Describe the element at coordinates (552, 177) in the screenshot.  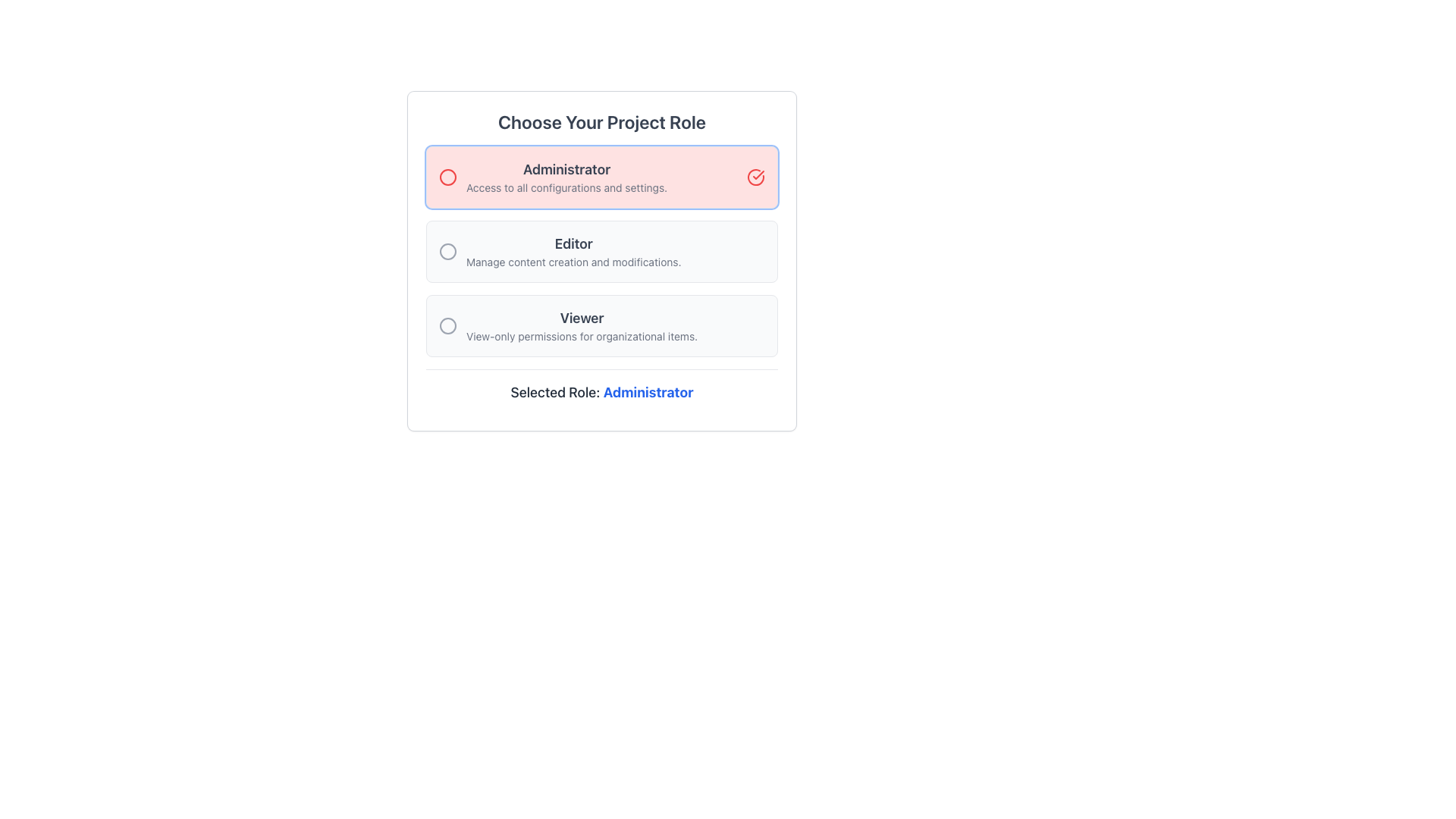
I see `the 'Administrator' selectable role option` at that location.